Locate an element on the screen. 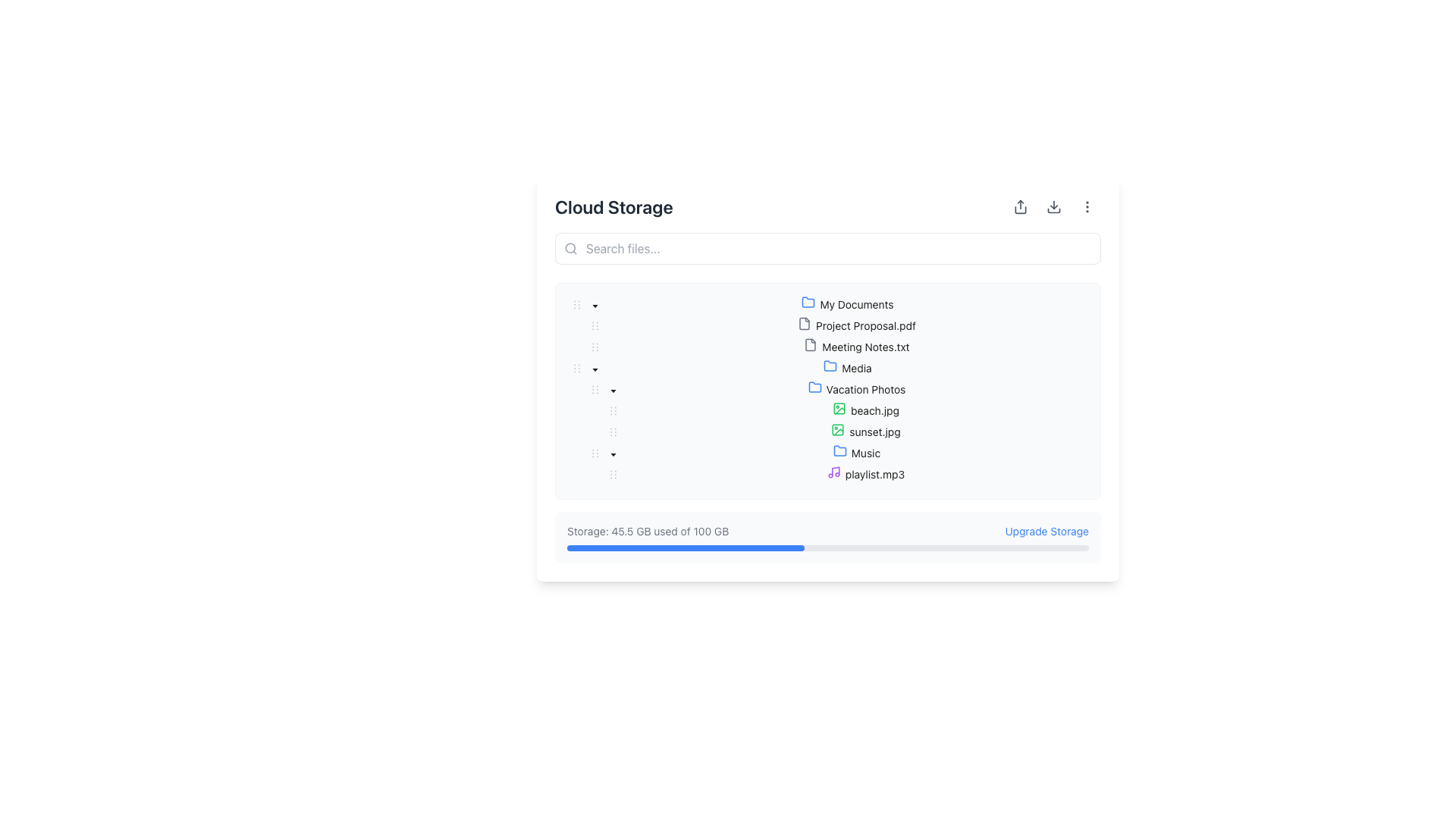 This screenshot has width=1456, height=819. a folder within the Tree View is located at coordinates (827, 391).